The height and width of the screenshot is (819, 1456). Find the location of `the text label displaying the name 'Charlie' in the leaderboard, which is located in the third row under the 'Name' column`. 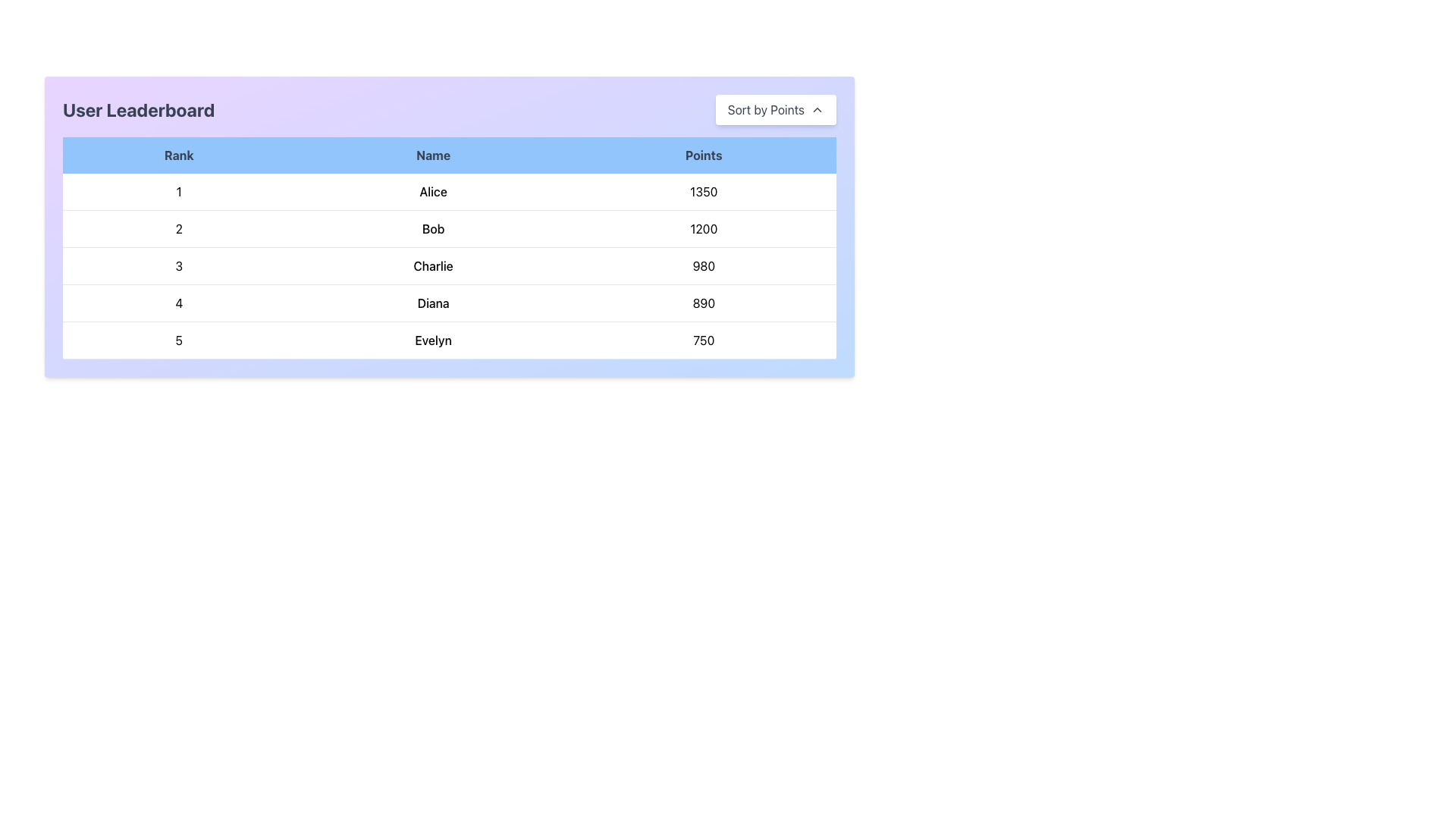

the text label displaying the name 'Charlie' in the leaderboard, which is located in the third row under the 'Name' column is located at coordinates (432, 265).